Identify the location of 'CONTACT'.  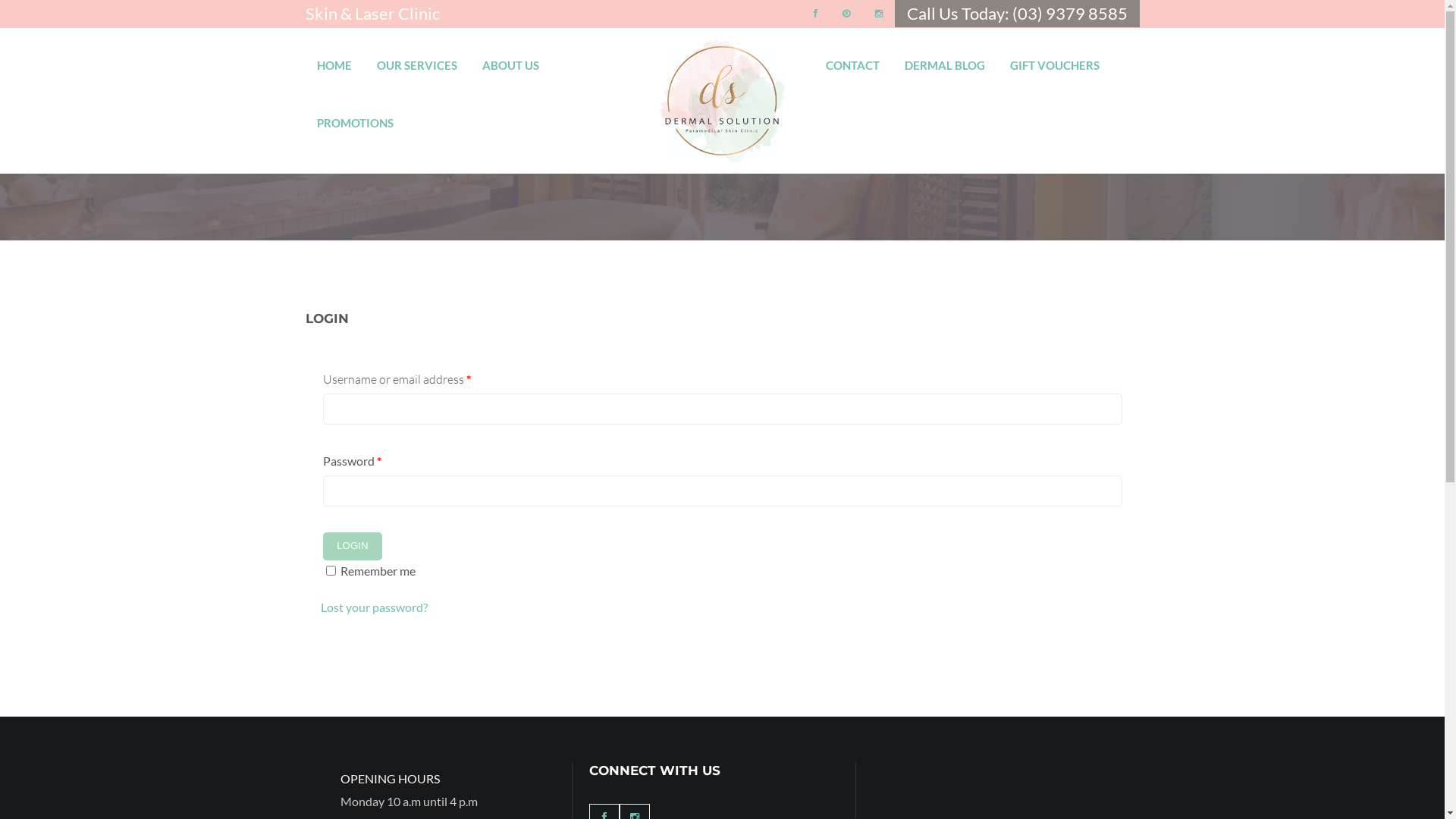
(852, 58).